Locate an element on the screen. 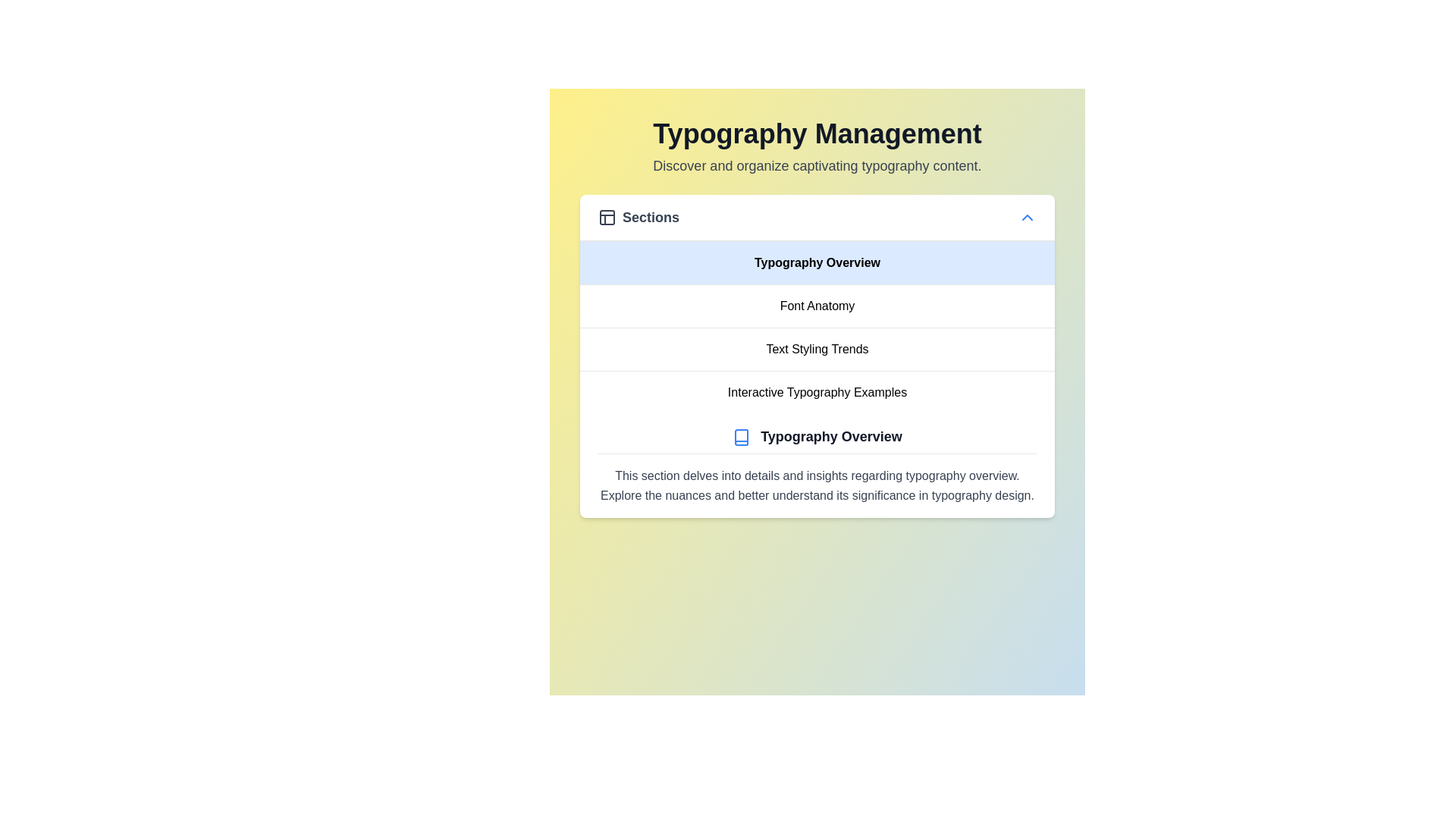 The image size is (1456, 819). the main heading text element, which serves as the primary subject indicator of the page is located at coordinates (817, 133).